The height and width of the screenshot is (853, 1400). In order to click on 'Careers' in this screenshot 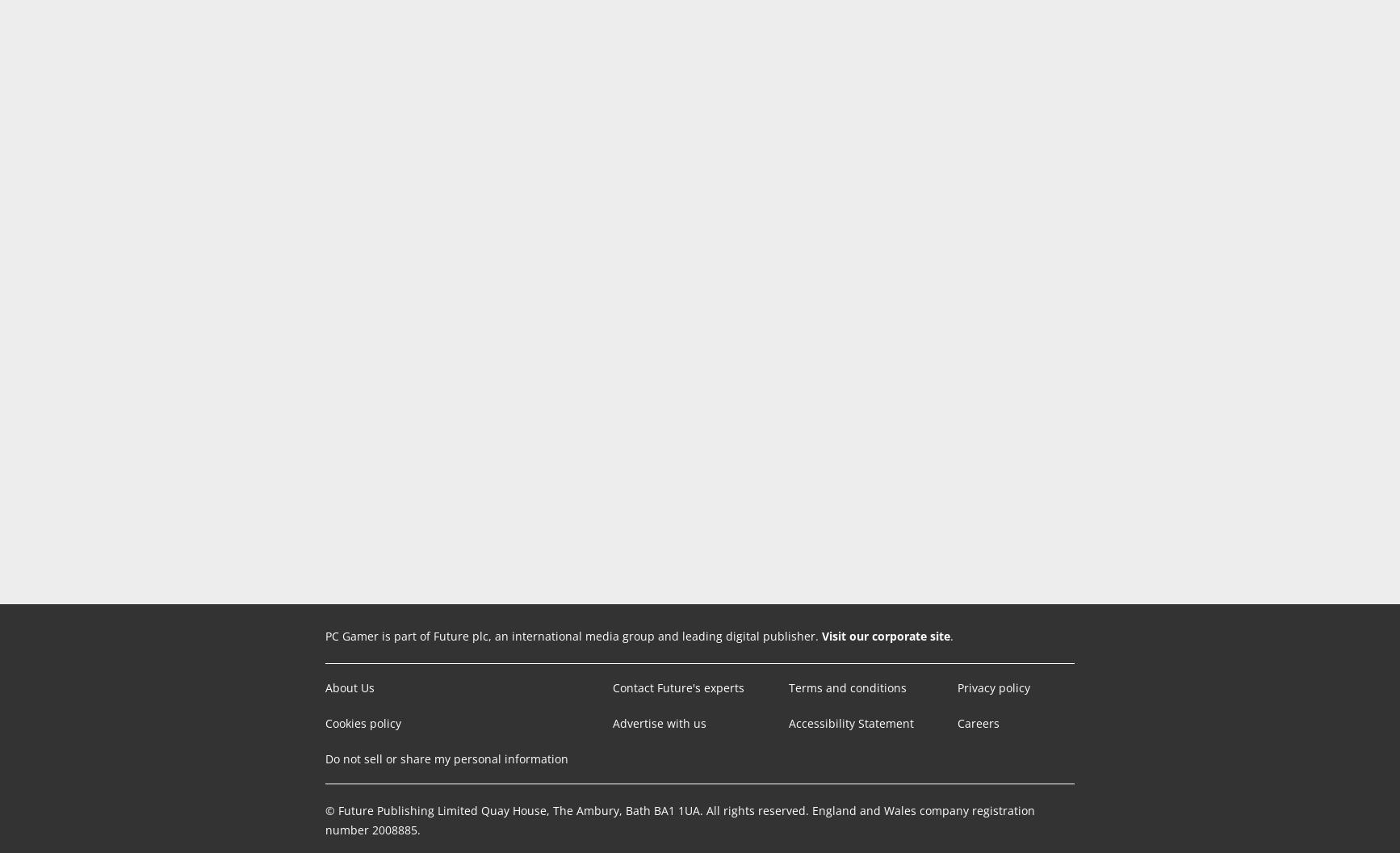, I will do `click(979, 722)`.